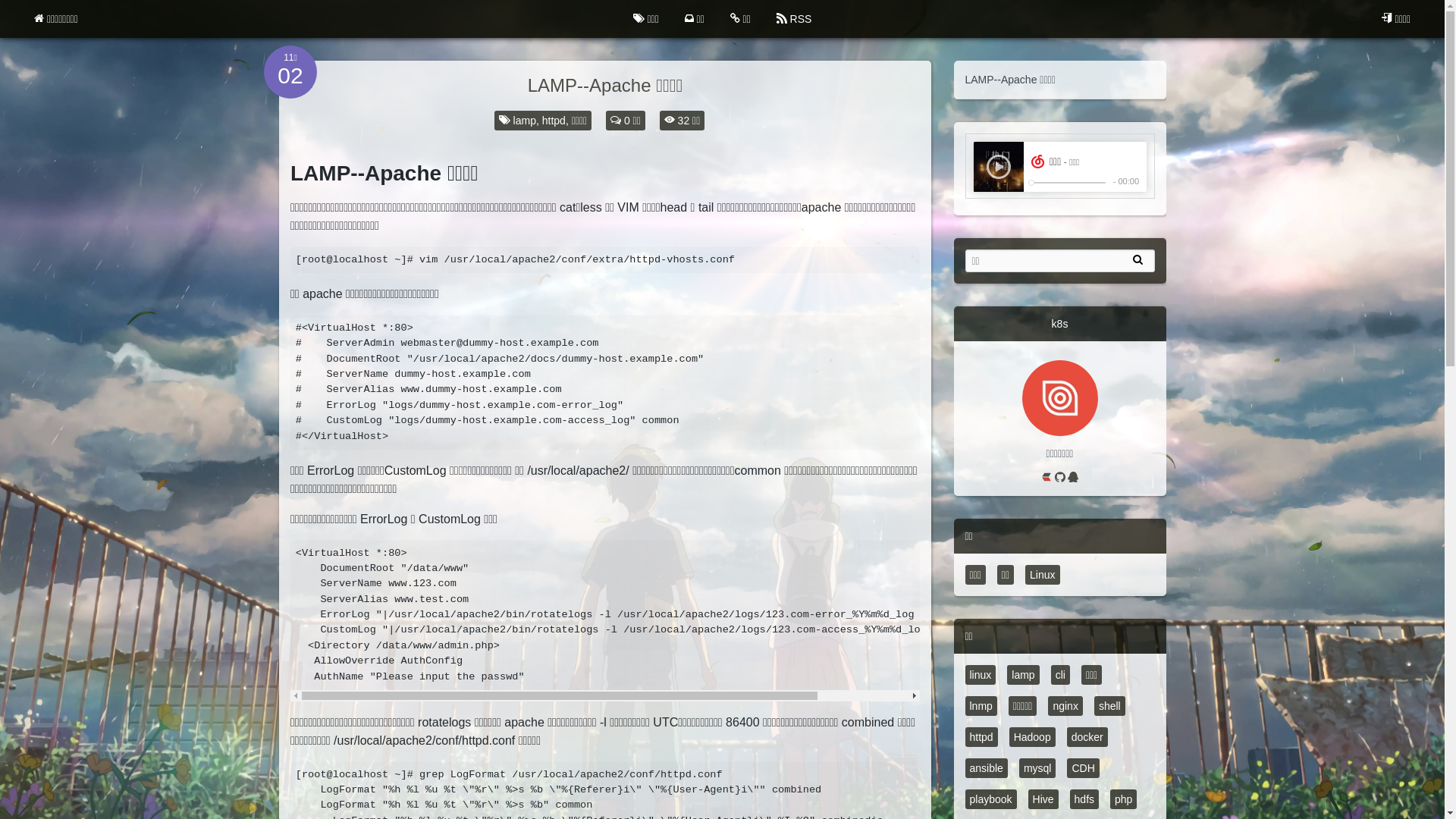  What do you see at coordinates (1037, 768) in the screenshot?
I see `'mysql'` at bounding box center [1037, 768].